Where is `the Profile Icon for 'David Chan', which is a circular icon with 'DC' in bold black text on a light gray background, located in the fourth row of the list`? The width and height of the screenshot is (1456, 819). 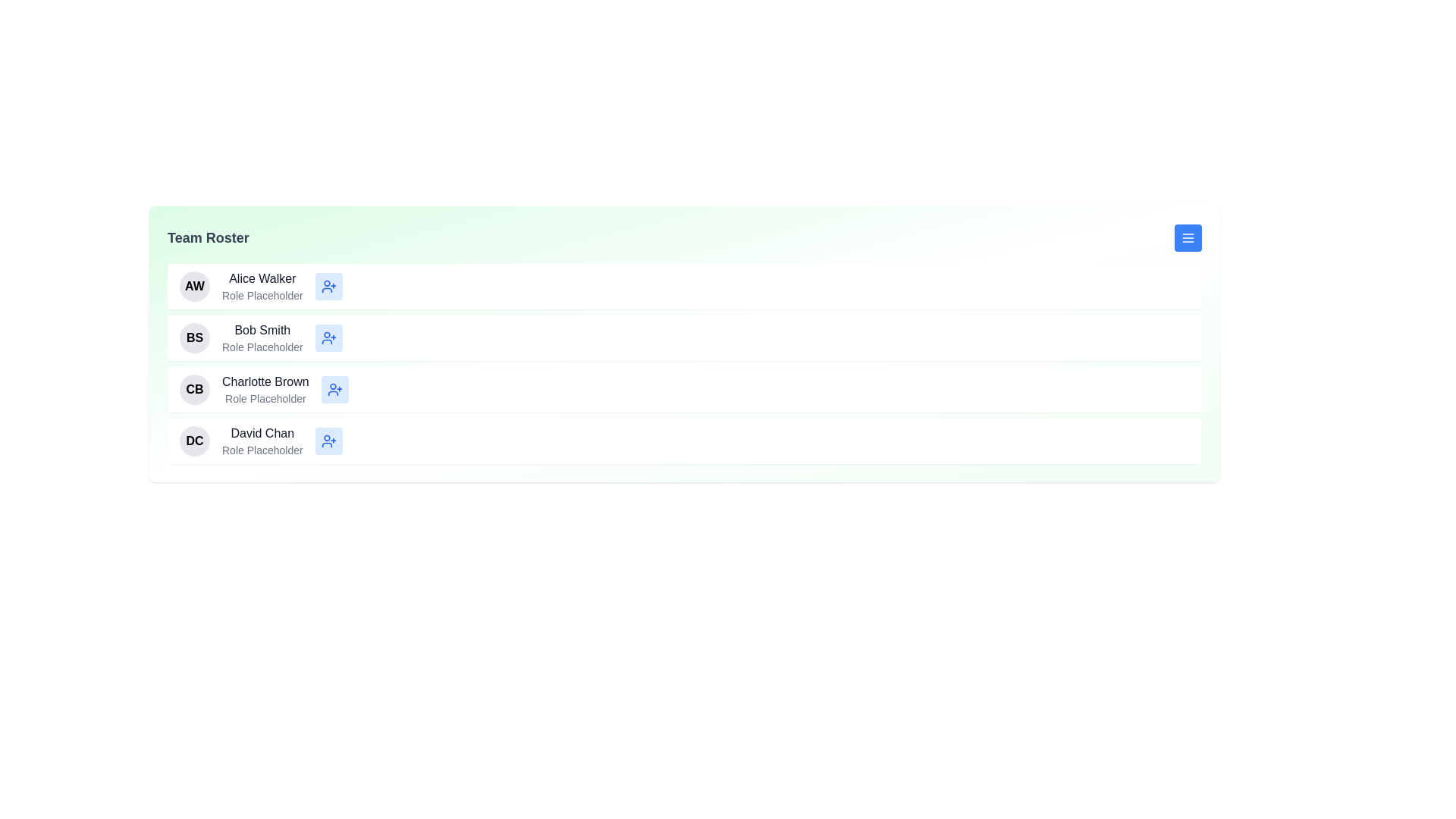 the Profile Icon for 'David Chan', which is a circular icon with 'DC' in bold black text on a light gray background, located in the fourth row of the list is located at coordinates (194, 441).